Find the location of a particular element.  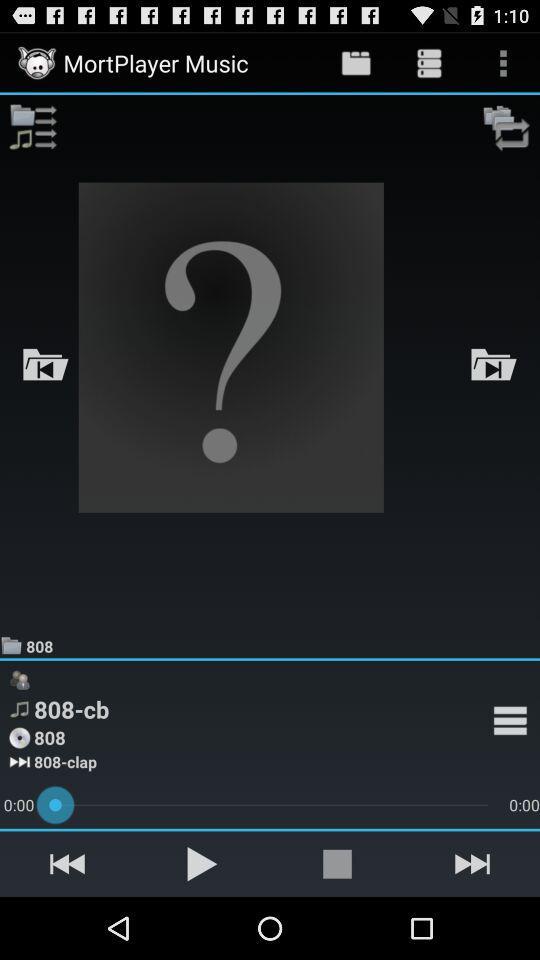

the menu icon is located at coordinates (510, 770).